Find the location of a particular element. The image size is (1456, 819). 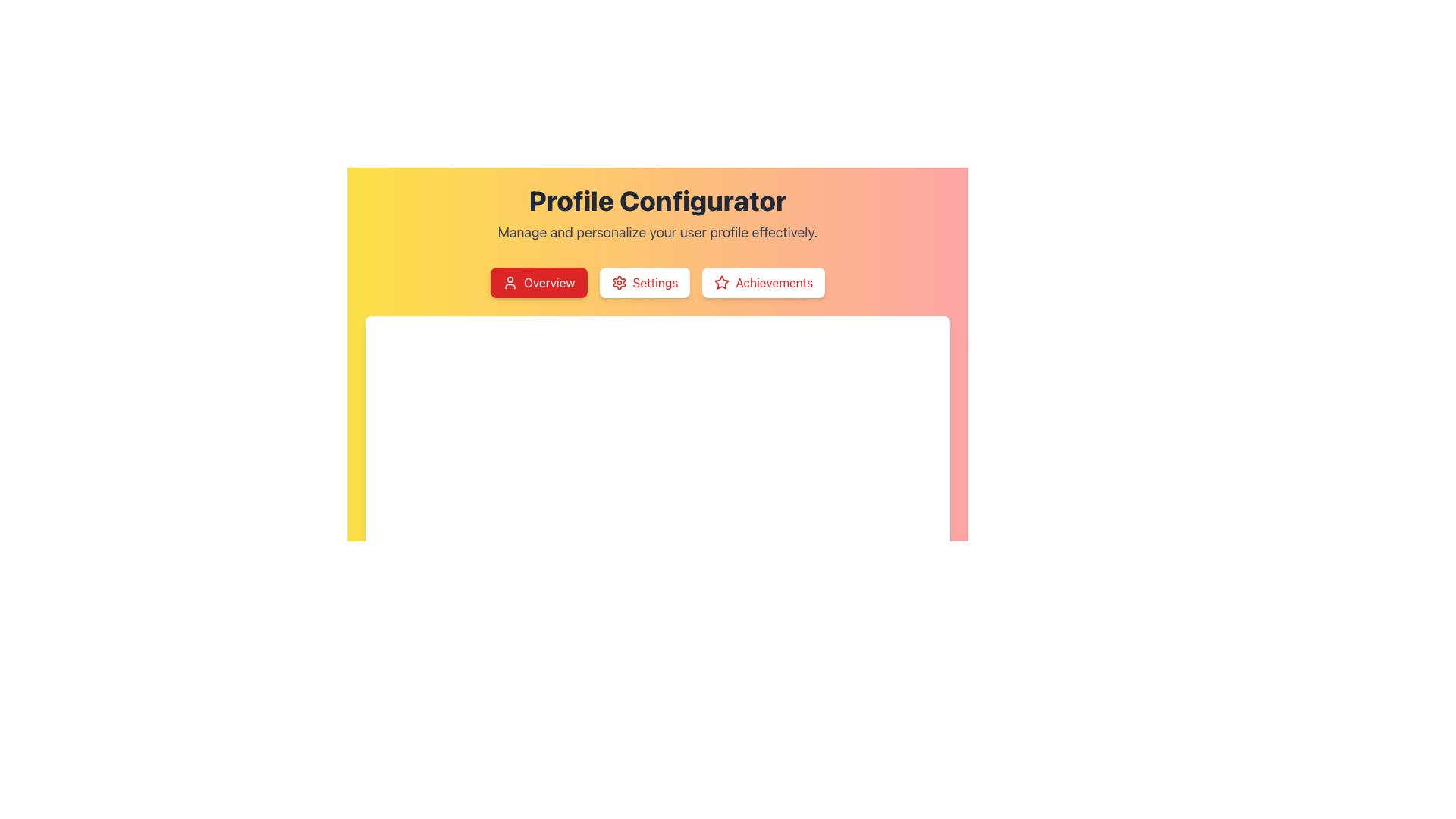

the star icon outlined with a bold red stroke, located to the left of the 'Achievements' button in the 'Profile Configurator' section is located at coordinates (721, 283).